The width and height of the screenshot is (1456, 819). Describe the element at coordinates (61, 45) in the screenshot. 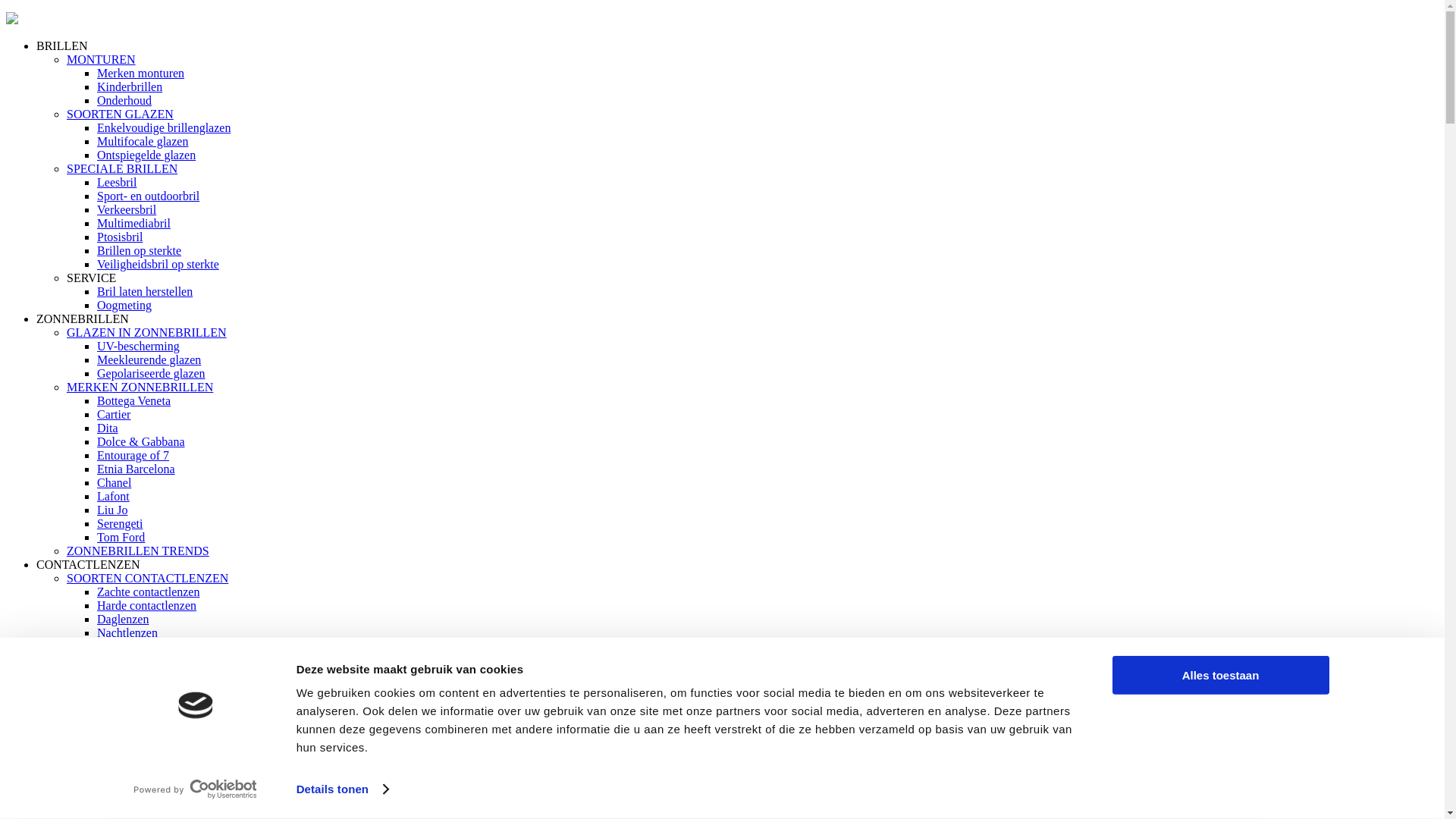

I see `'BRILLEN'` at that location.